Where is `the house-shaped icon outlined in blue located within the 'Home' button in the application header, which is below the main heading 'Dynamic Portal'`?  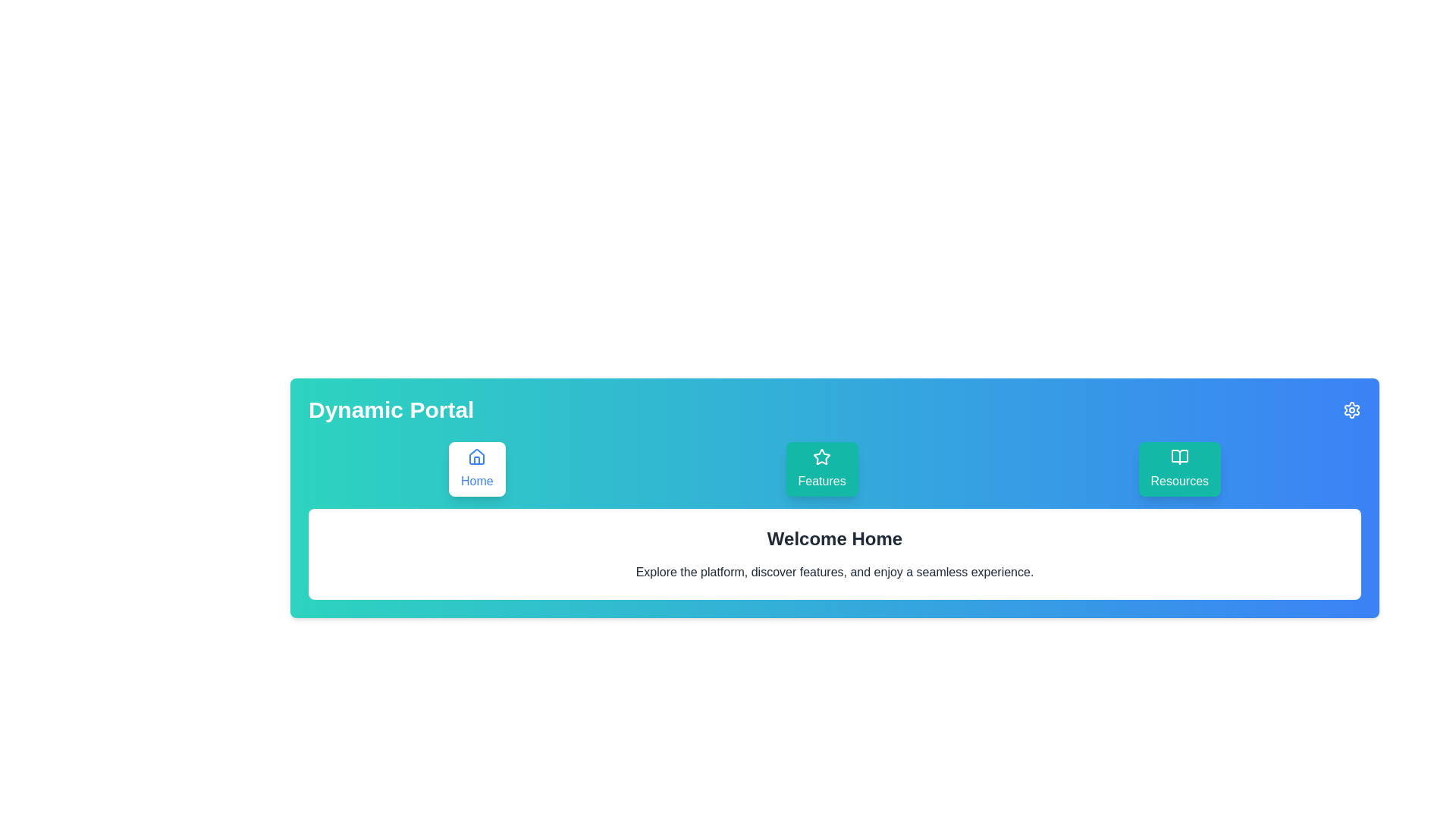 the house-shaped icon outlined in blue located within the 'Home' button in the application header, which is below the main heading 'Dynamic Portal' is located at coordinates (476, 456).